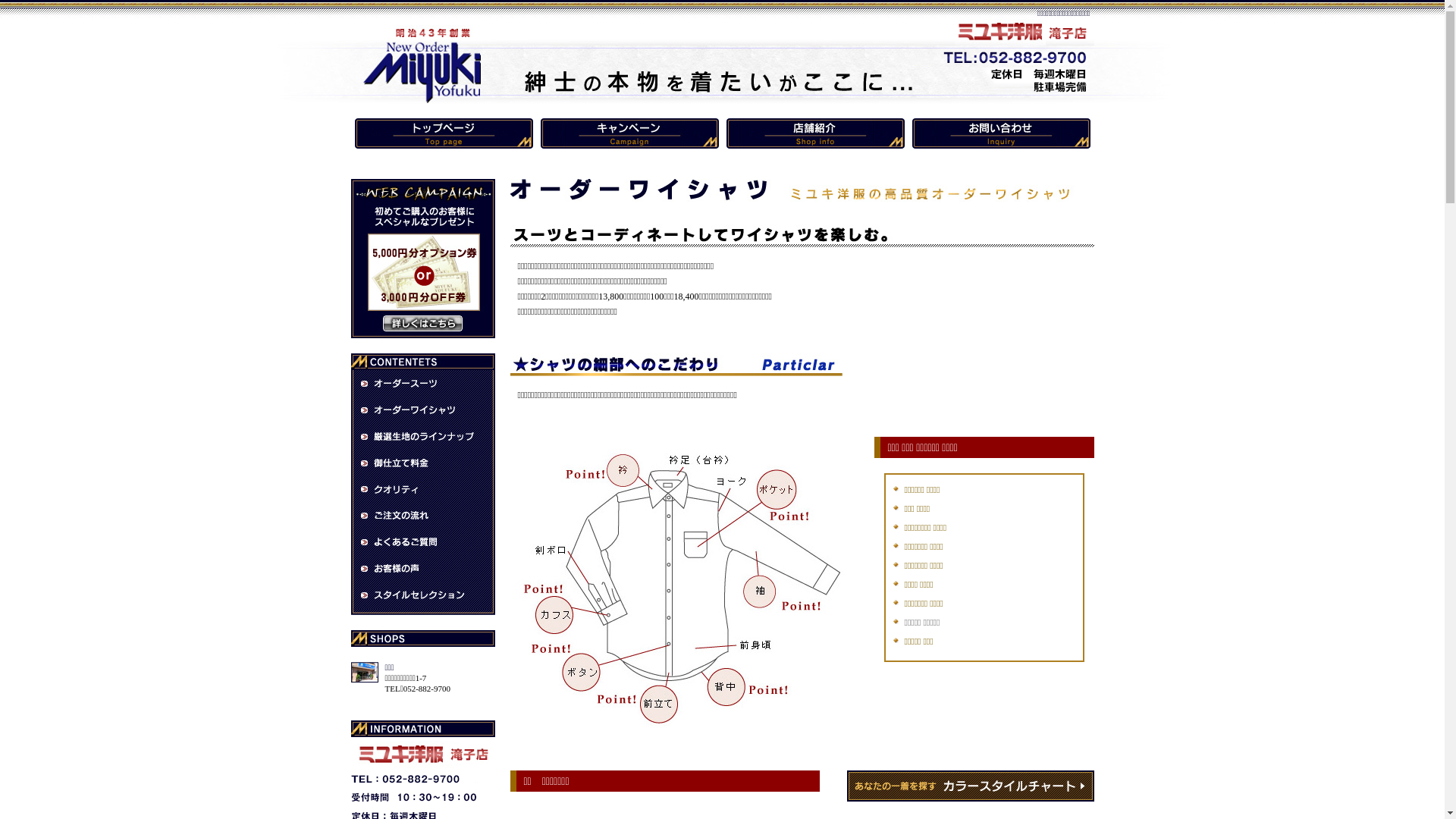  I want to click on 'Q&A', so click(422, 541).